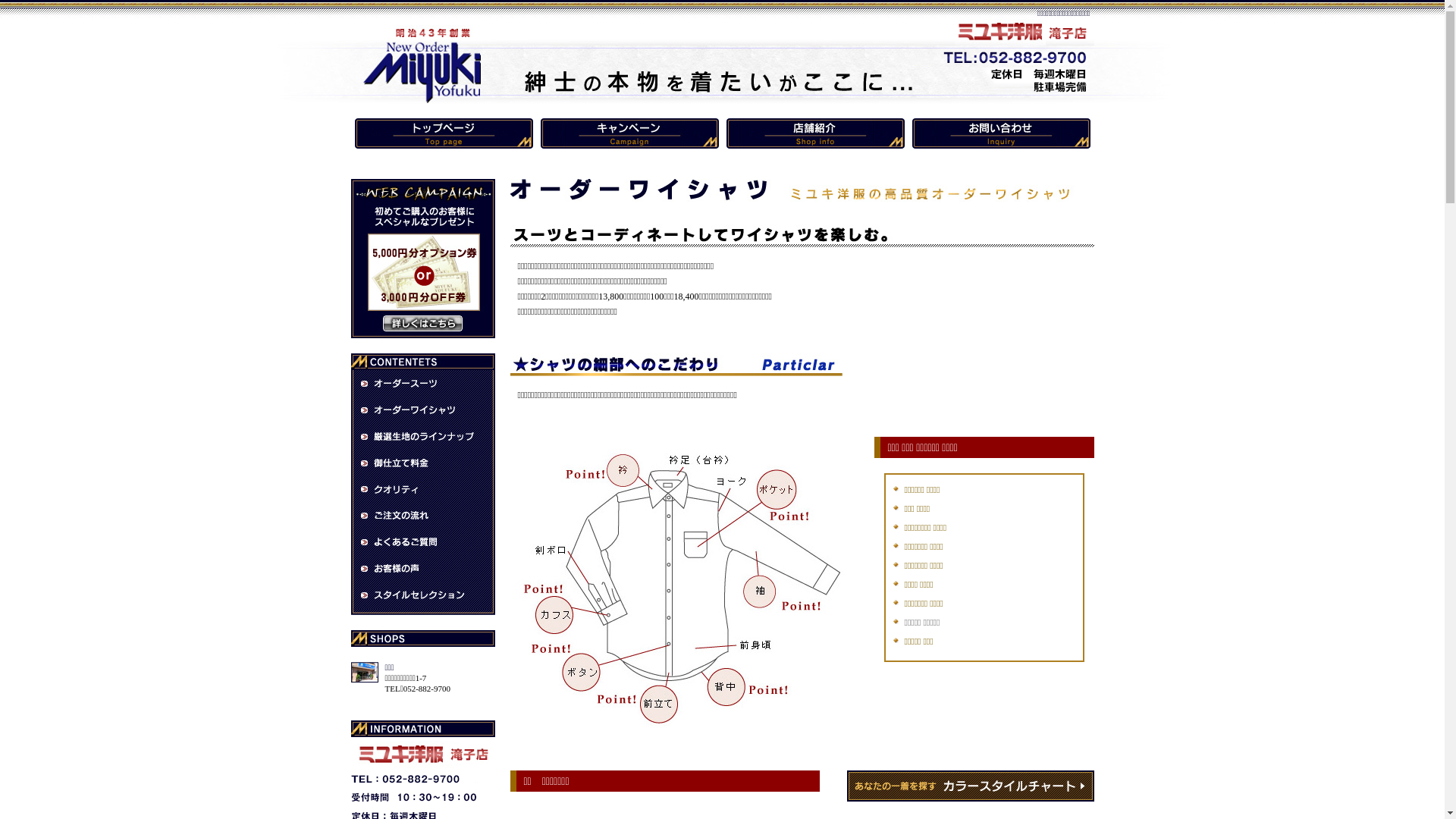  I want to click on 'Q&A', so click(422, 541).